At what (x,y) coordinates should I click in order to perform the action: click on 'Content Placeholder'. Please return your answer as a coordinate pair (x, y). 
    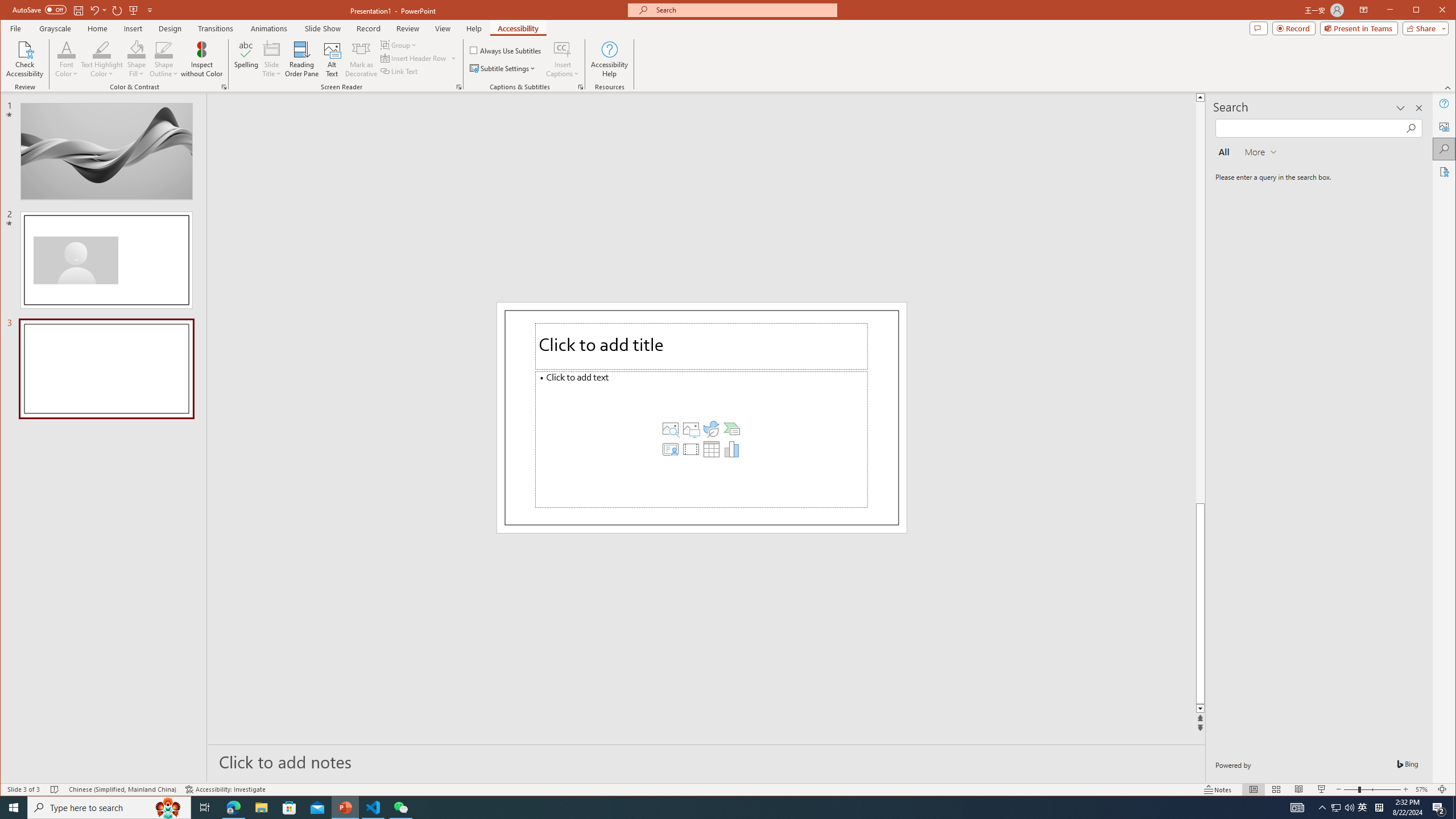
    Looking at the image, I should click on (701, 439).